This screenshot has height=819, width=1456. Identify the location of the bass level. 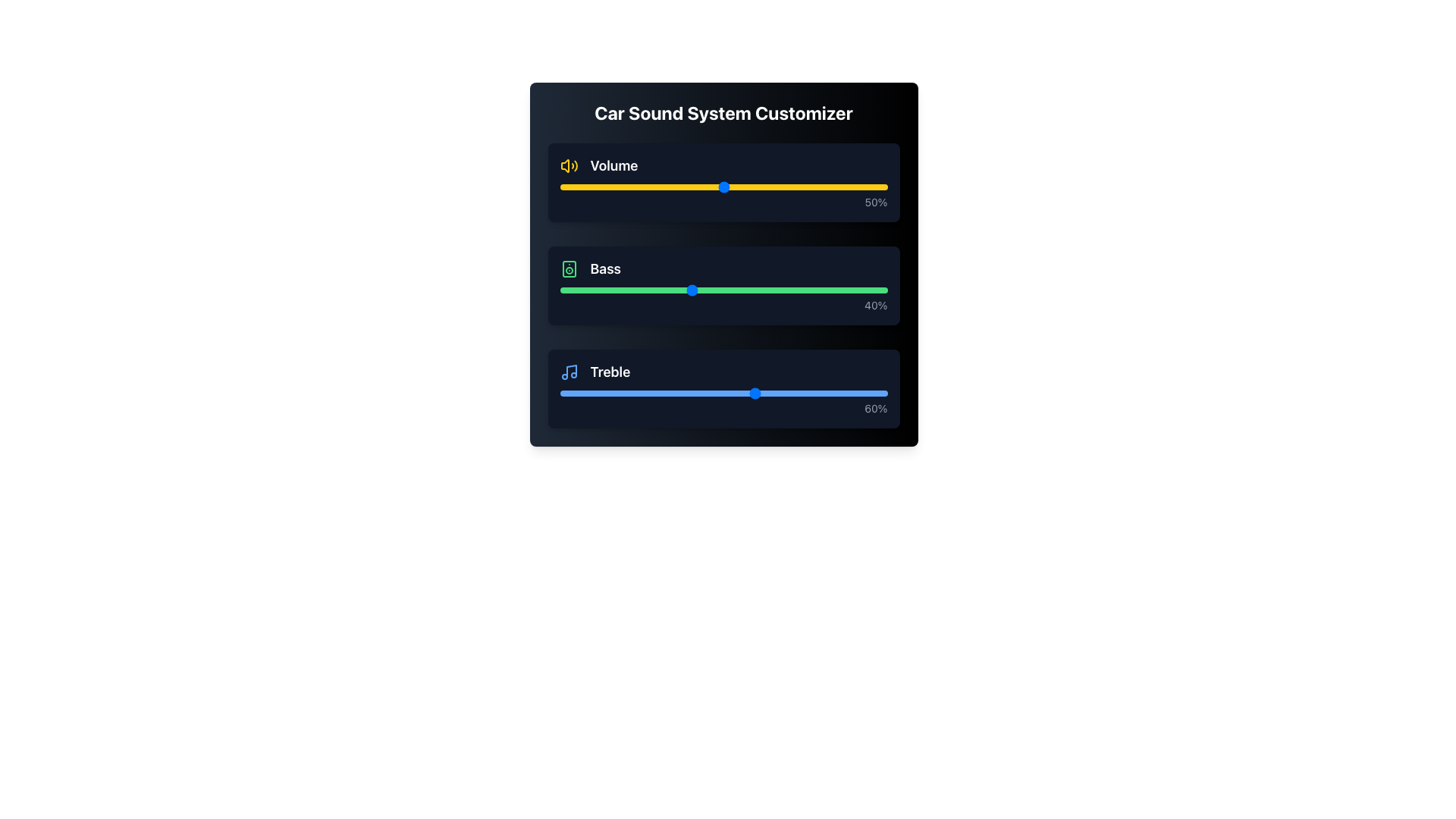
(629, 290).